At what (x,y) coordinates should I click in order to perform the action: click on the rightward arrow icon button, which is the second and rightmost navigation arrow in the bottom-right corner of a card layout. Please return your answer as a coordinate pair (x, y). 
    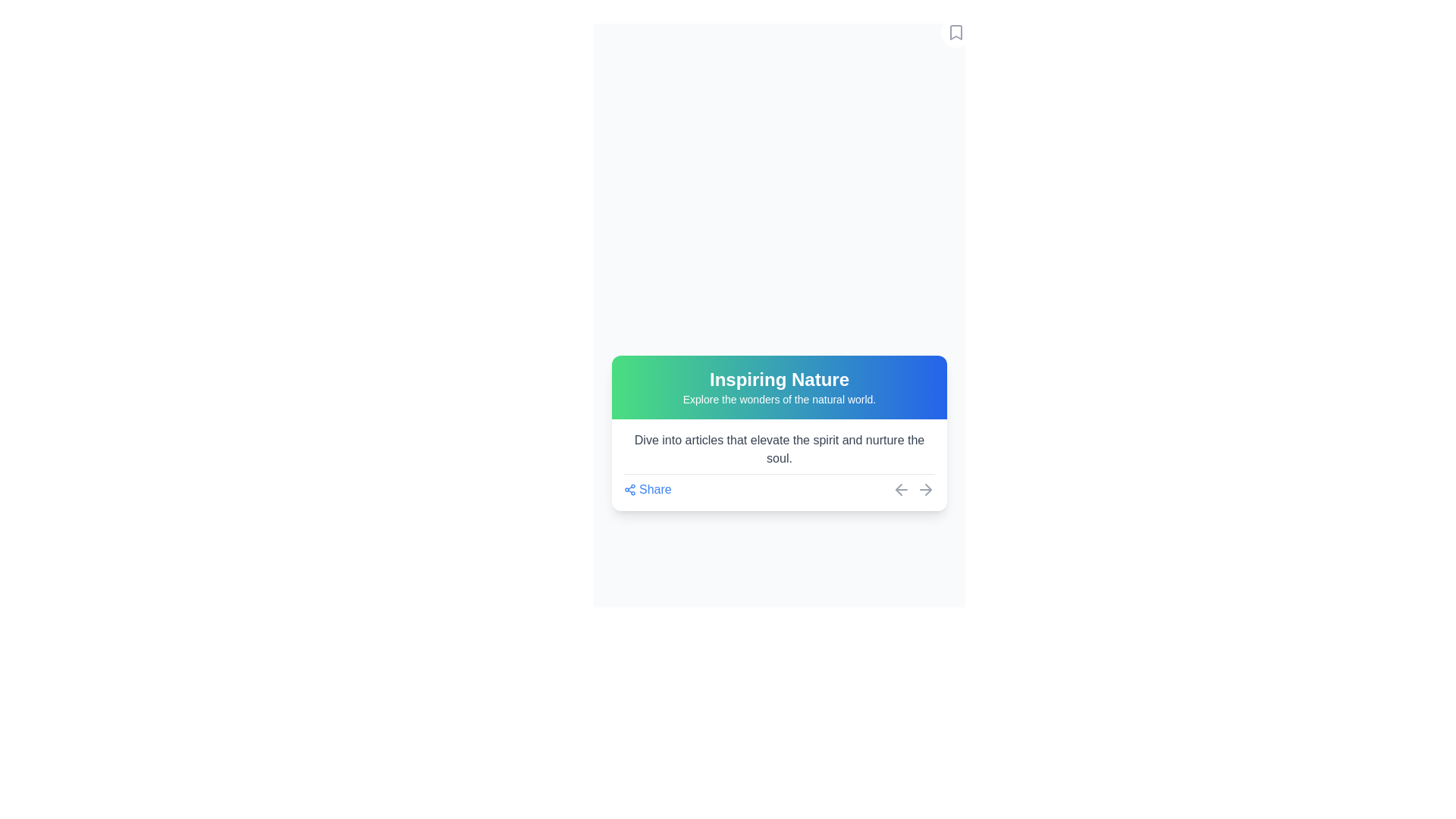
    Looking at the image, I should click on (924, 488).